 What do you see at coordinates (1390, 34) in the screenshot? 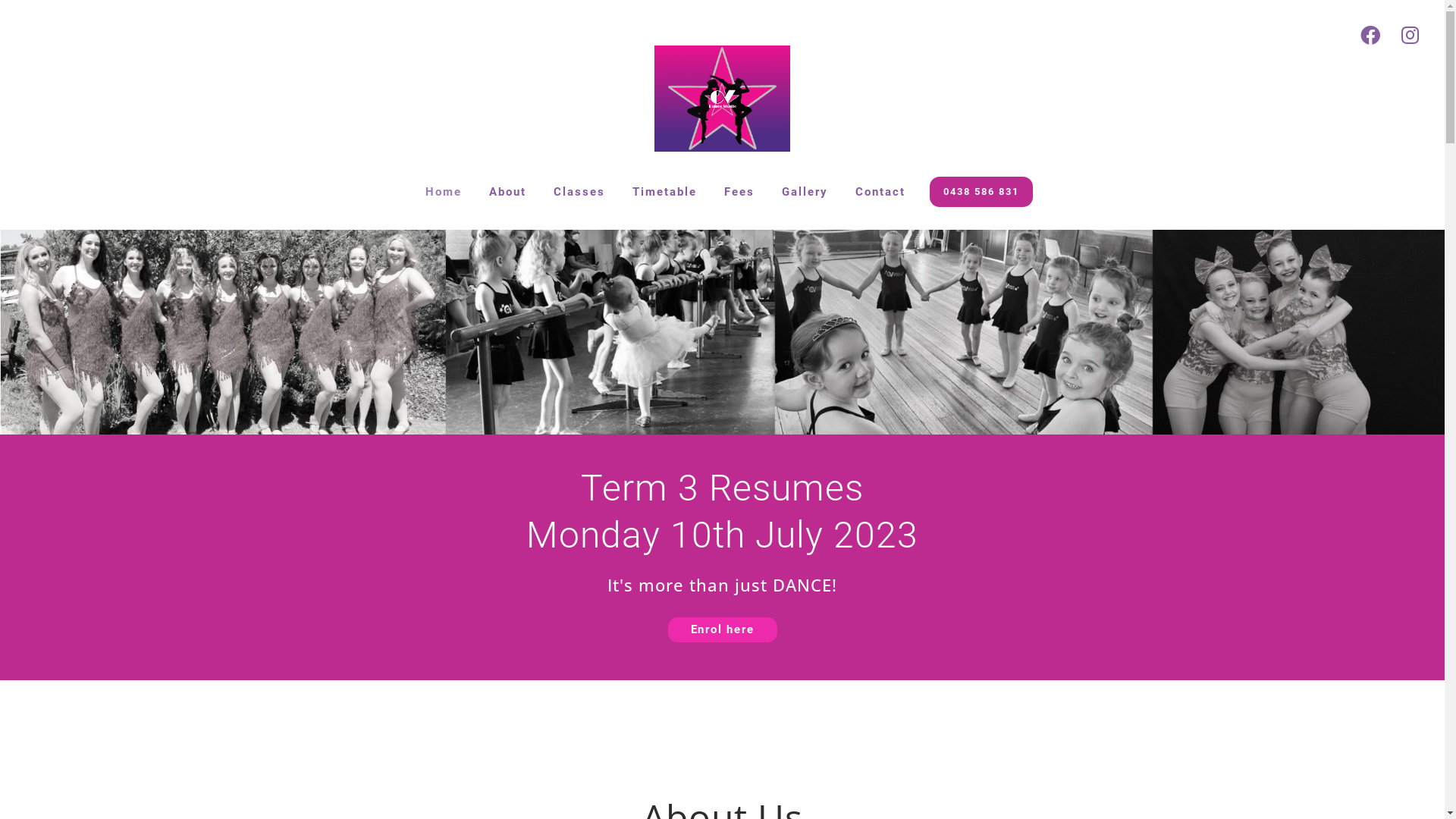
I see `'Instagram'` at bounding box center [1390, 34].